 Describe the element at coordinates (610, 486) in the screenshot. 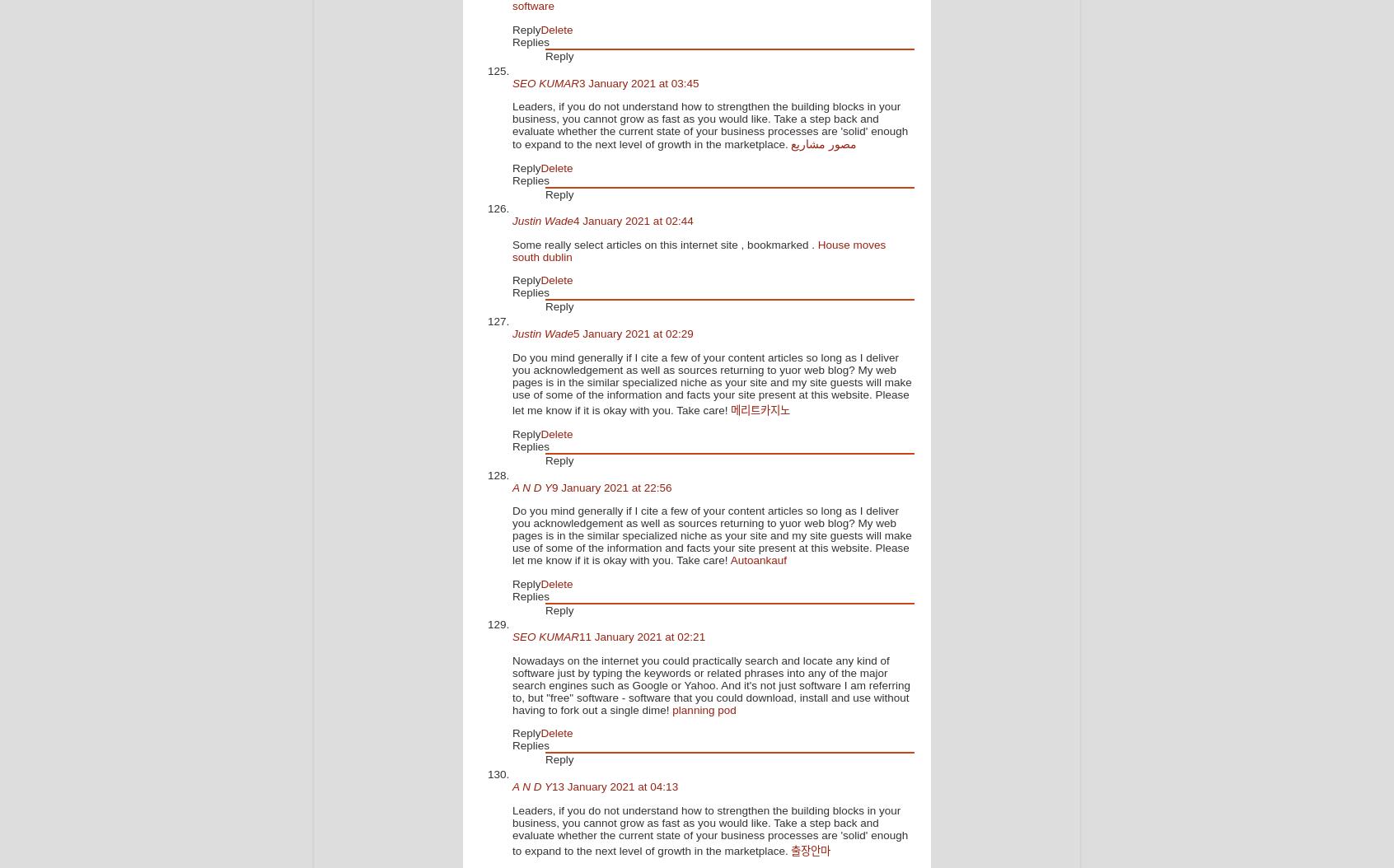

I see `'9 January 2021 at 22:56'` at that location.